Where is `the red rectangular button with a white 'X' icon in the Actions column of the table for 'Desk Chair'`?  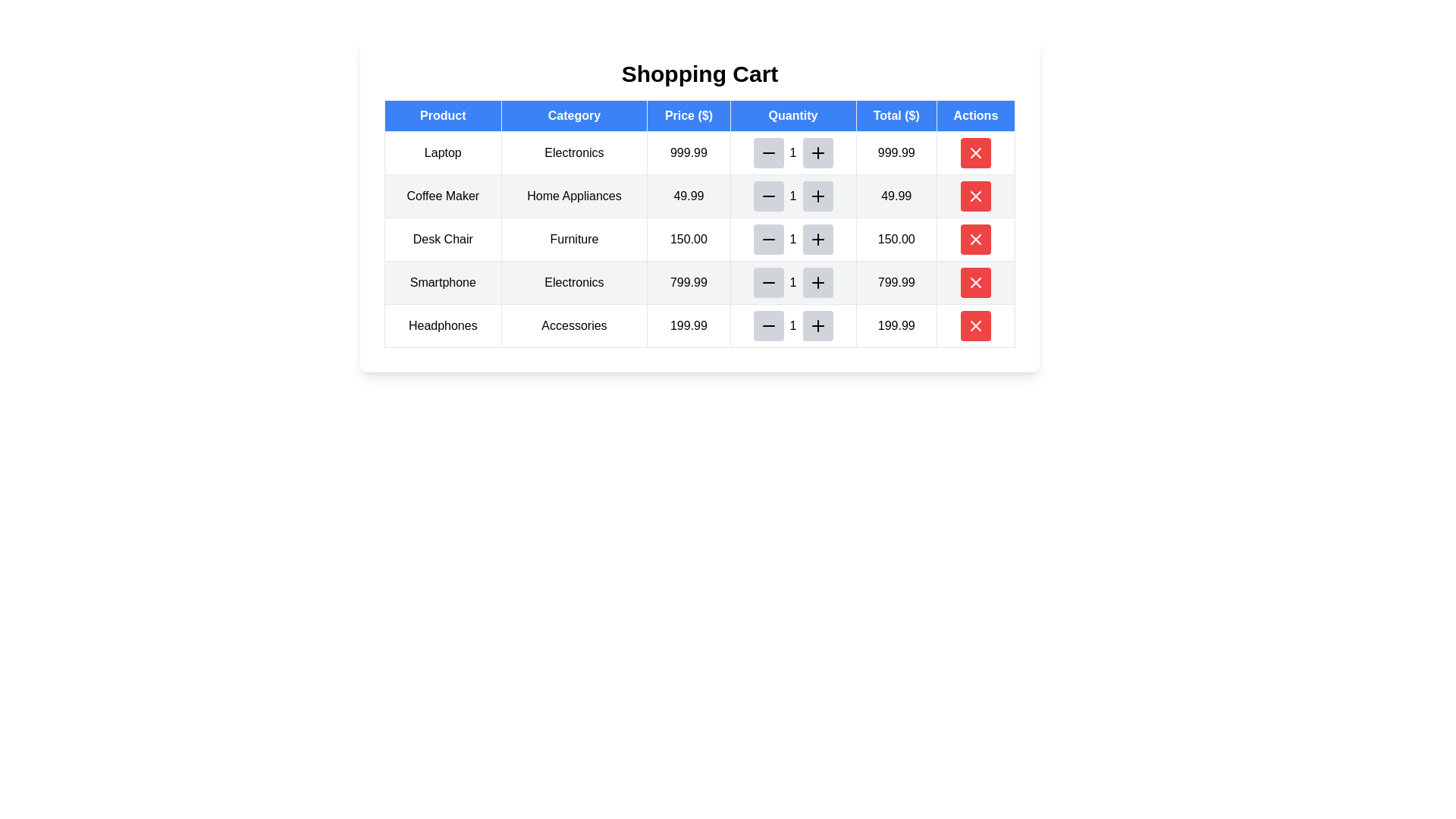 the red rectangular button with a white 'X' icon in the Actions column of the table for 'Desk Chair' is located at coordinates (975, 239).